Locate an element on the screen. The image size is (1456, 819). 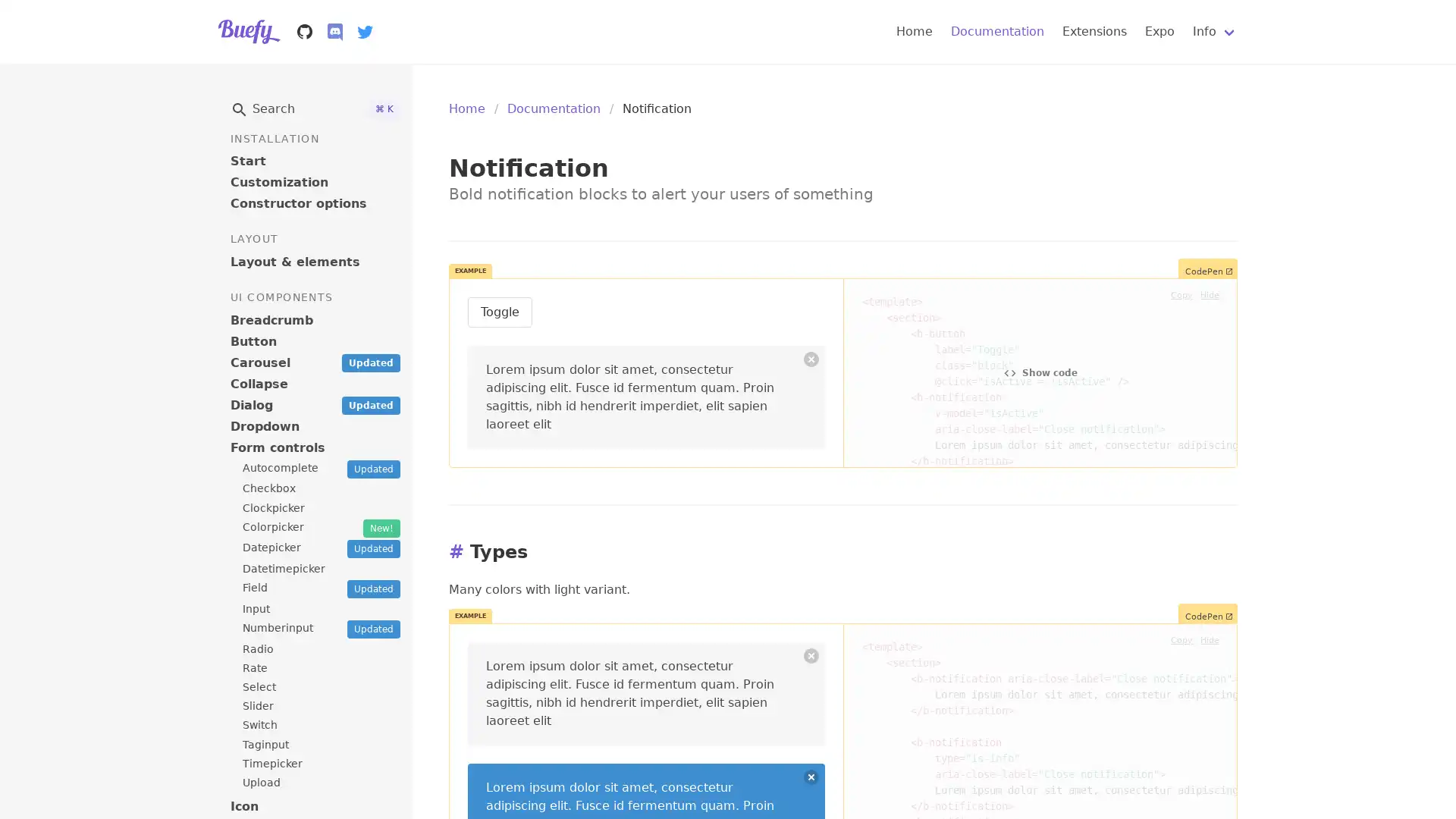
Close notification is located at coordinates (811, 359).